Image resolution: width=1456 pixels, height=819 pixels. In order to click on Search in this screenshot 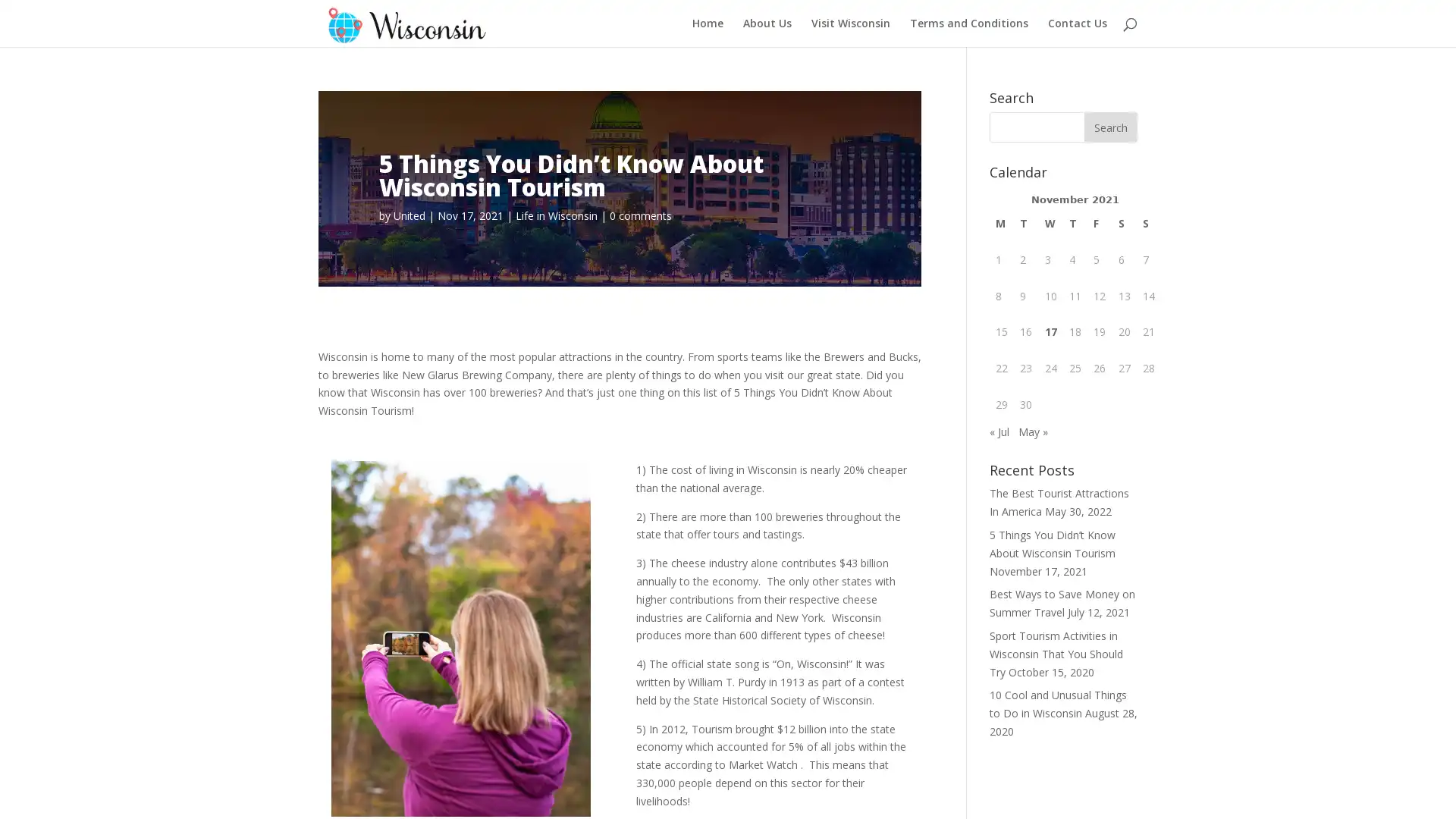, I will do `click(1110, 127)`.